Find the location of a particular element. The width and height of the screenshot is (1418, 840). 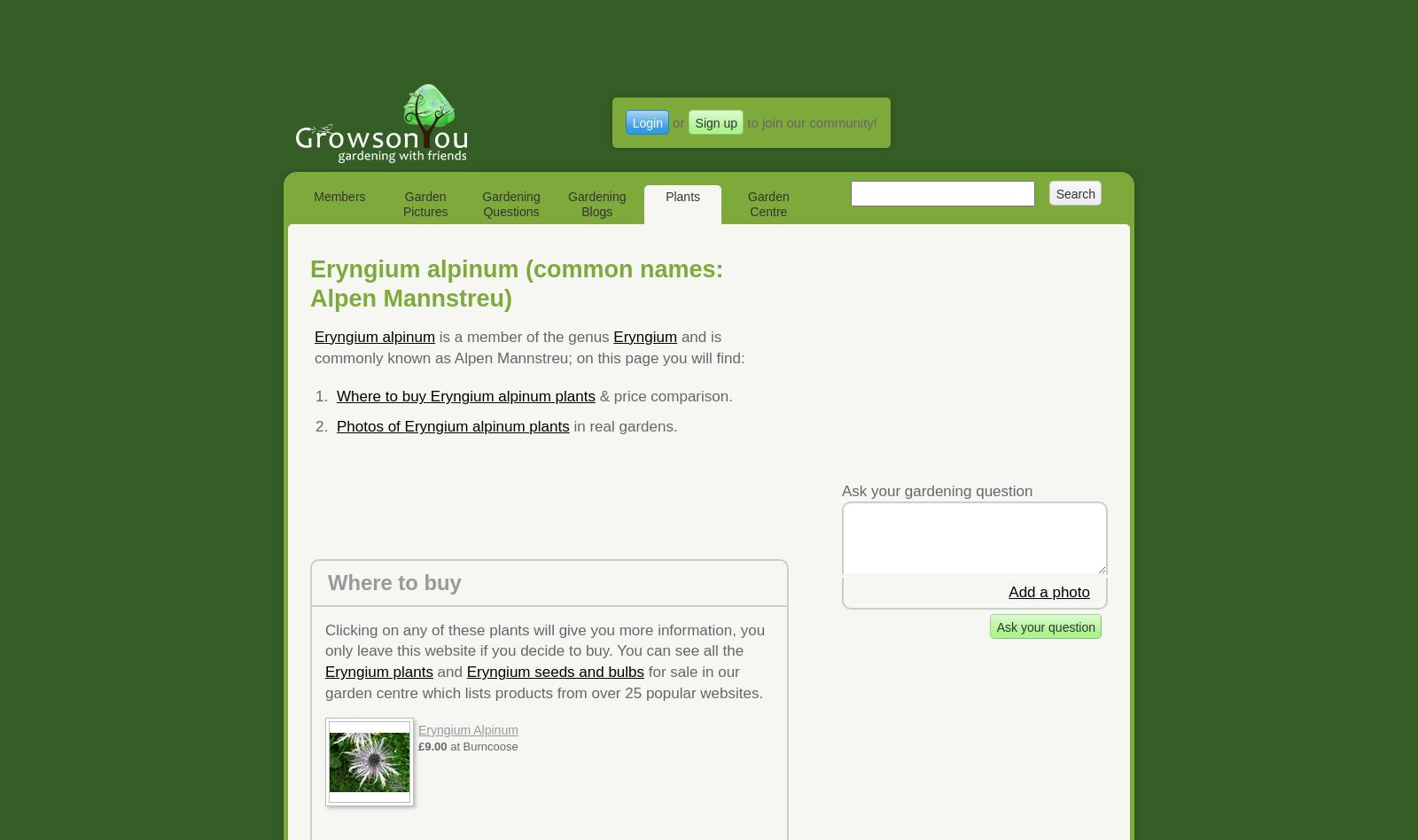

'in real gardens.' is located at coordinates (568, 426).